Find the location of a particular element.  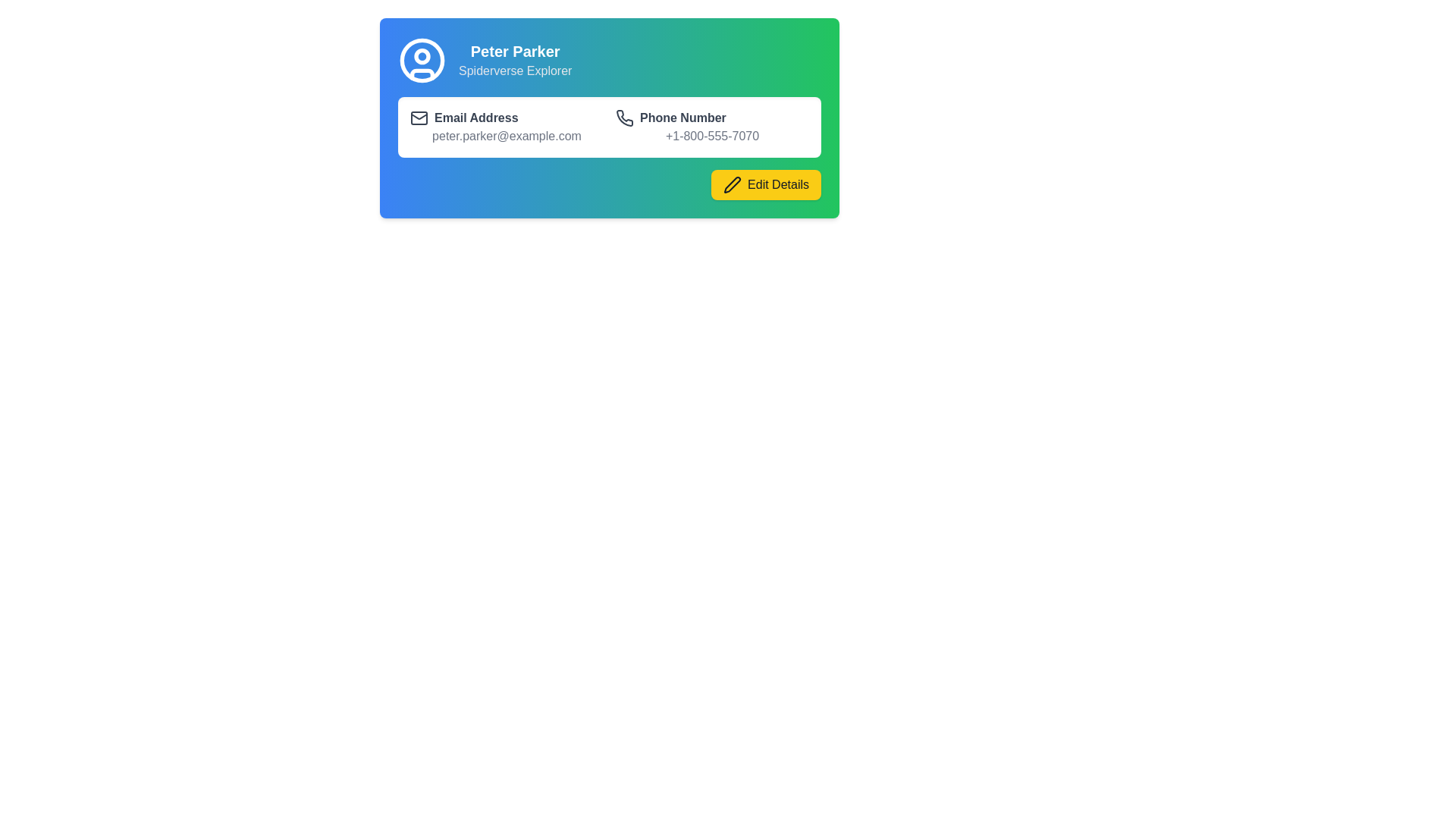

the phone icon, a minimalistic outline of a telephone handset, styled in dark gray, located to the left of the 'Phone Number' text is located at coordinates (625, 117).